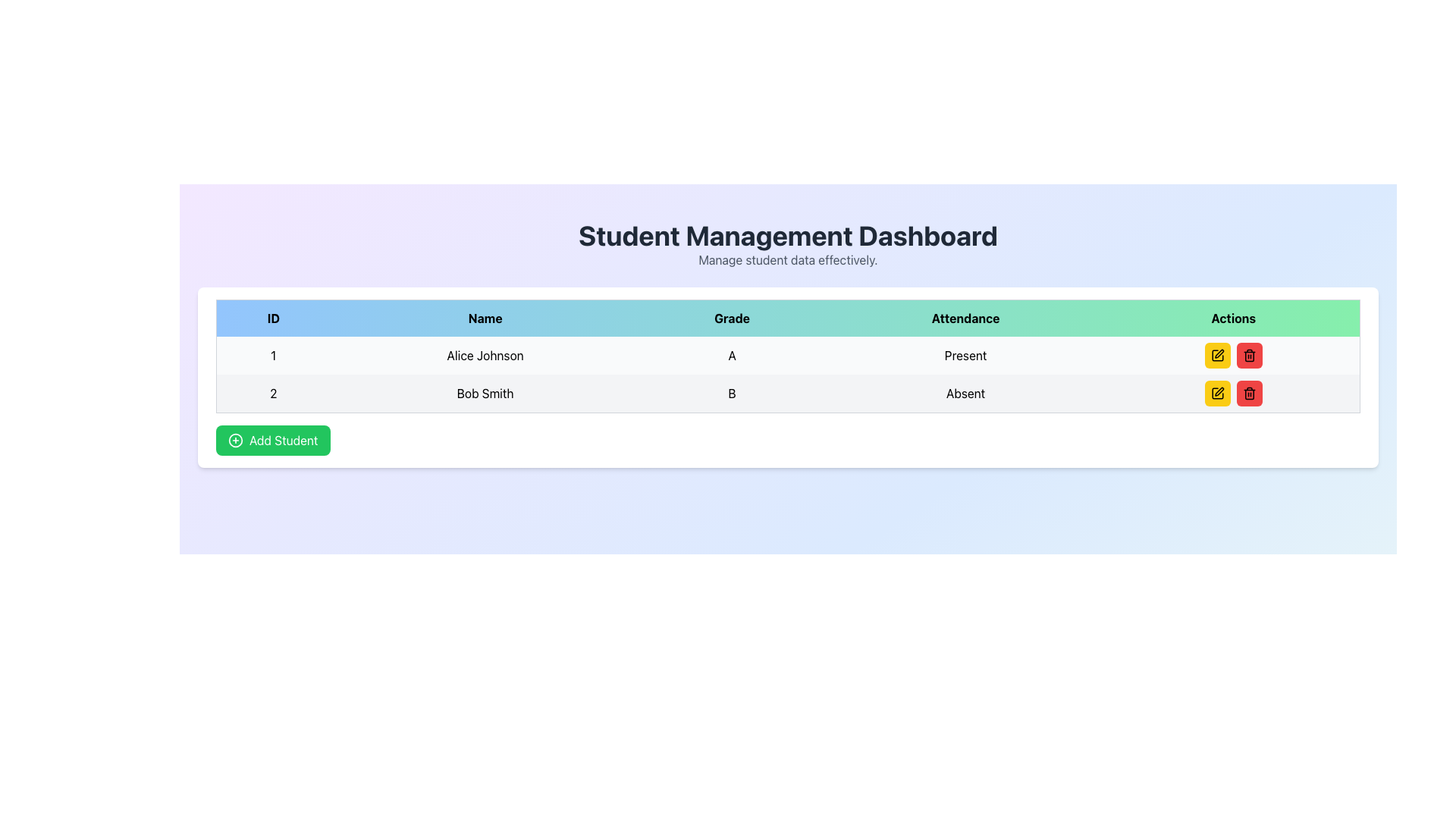 The height and width of the screenshot is (819, 1456). What do you see at coordinates (1217, 393) in the screenshot?
I see `the button in the Actions column of the table to initiate a style change, specifically for the row corresponding to 'Bob Smith'` at bounding box center [1217, 393].